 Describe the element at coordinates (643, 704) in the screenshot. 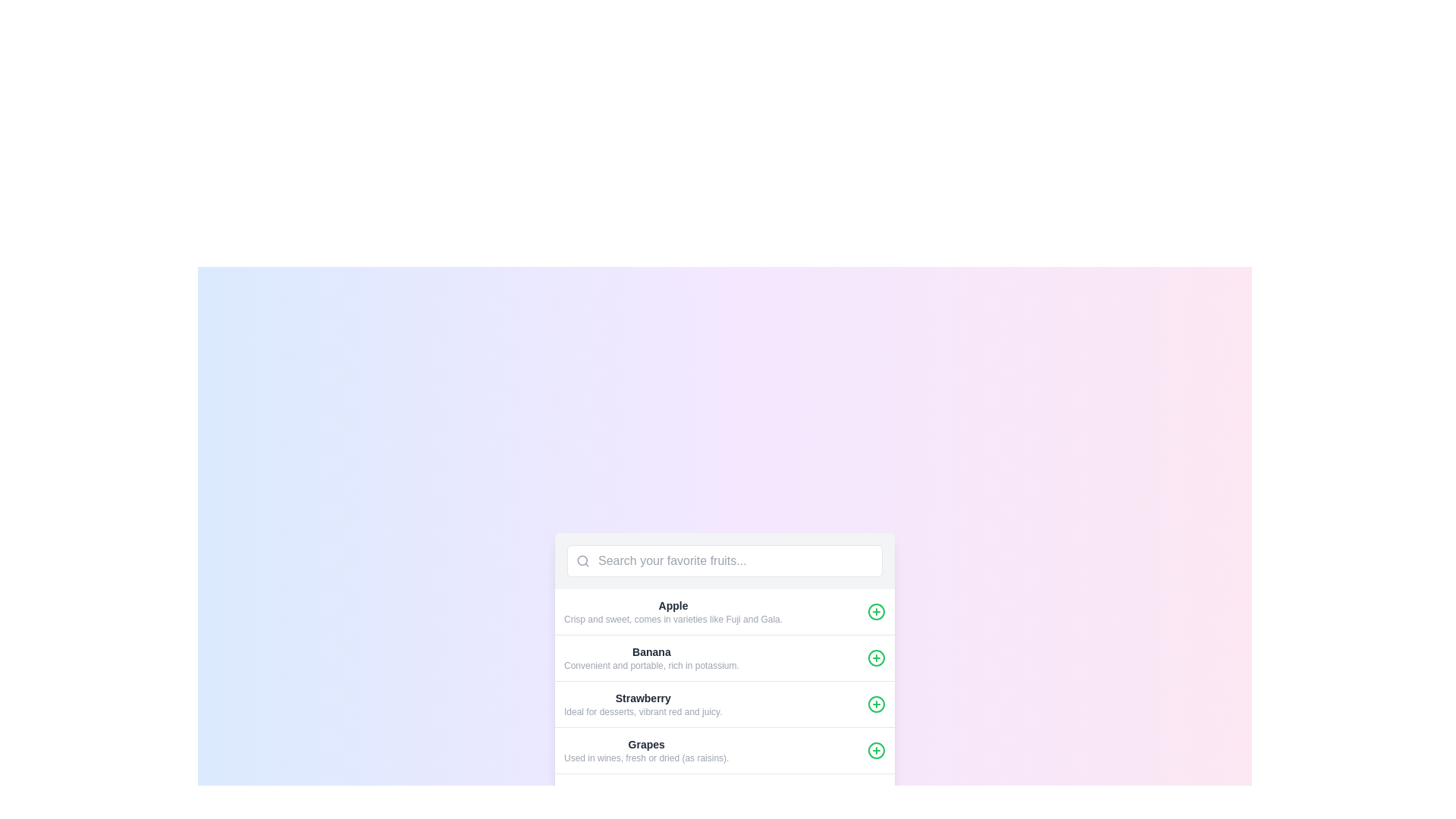

I see `the 'Strawberry' entry in the fruit selection list, which is the third item located between 'Banana' and 'Grapes'` at that location.